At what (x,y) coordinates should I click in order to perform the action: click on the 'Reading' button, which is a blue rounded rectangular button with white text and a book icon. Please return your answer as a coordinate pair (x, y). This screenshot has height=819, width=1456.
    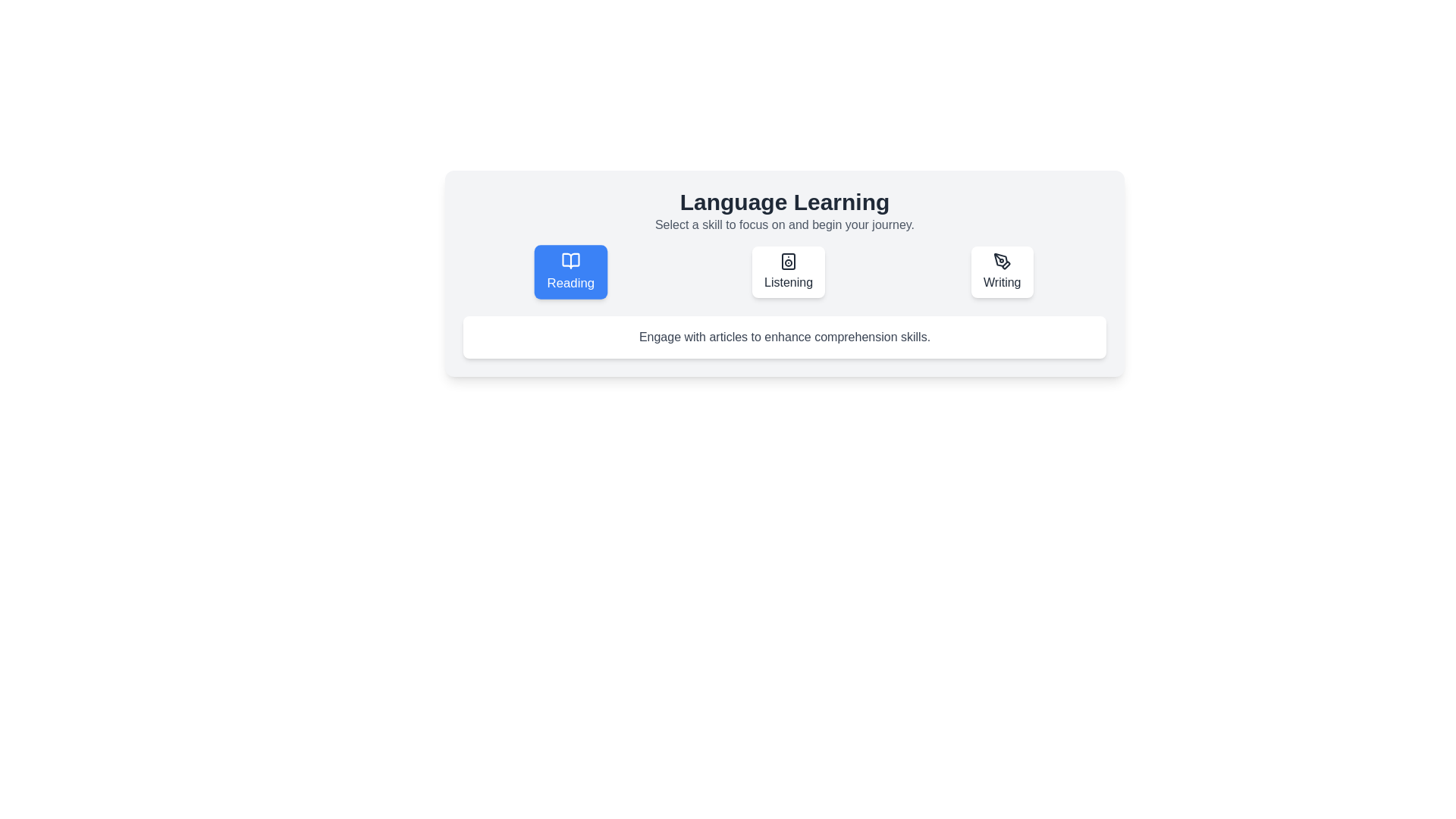
    Looking at the image, I should click on (570, 271).